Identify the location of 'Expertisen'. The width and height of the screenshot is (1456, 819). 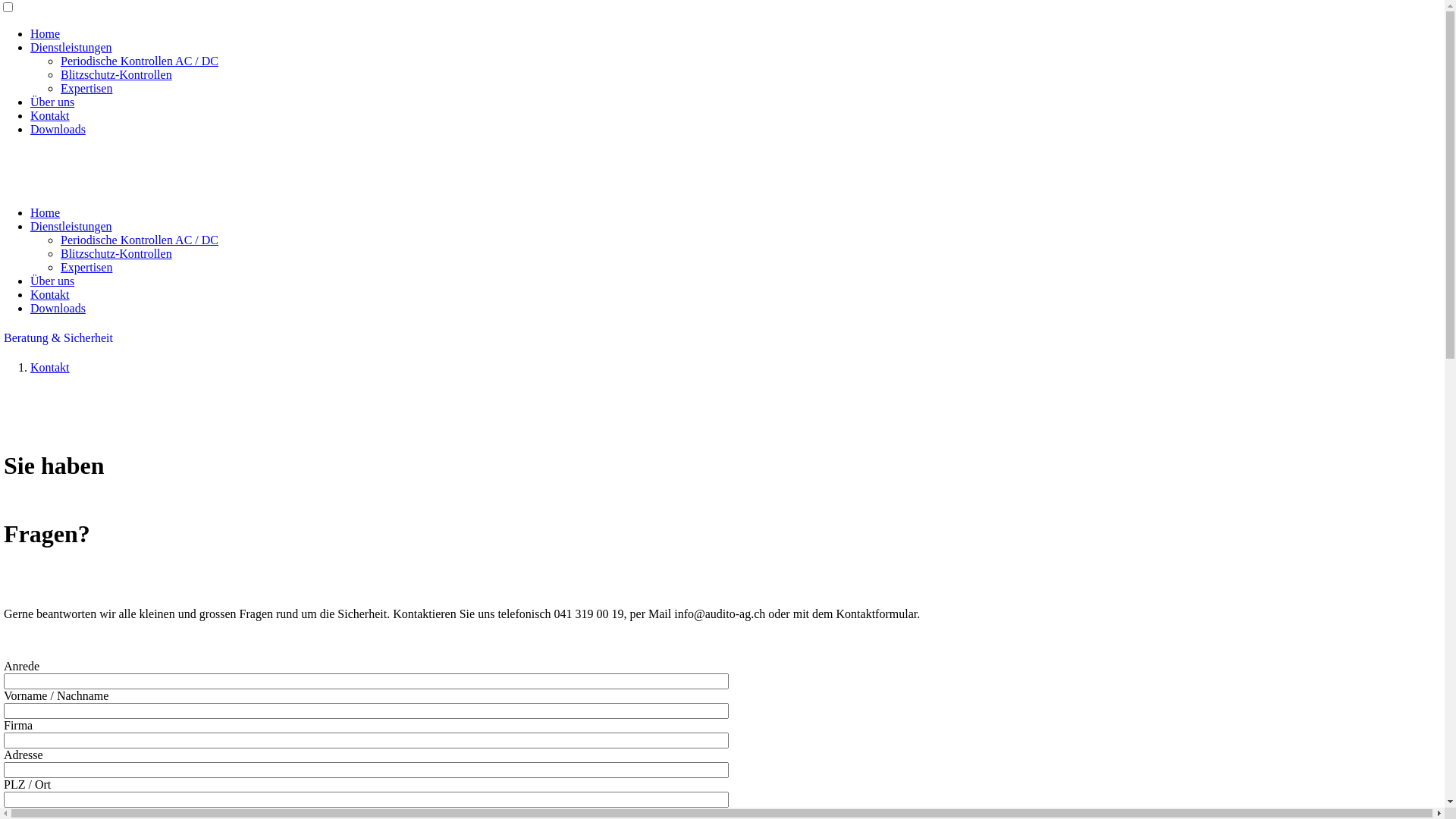
(61, 266).